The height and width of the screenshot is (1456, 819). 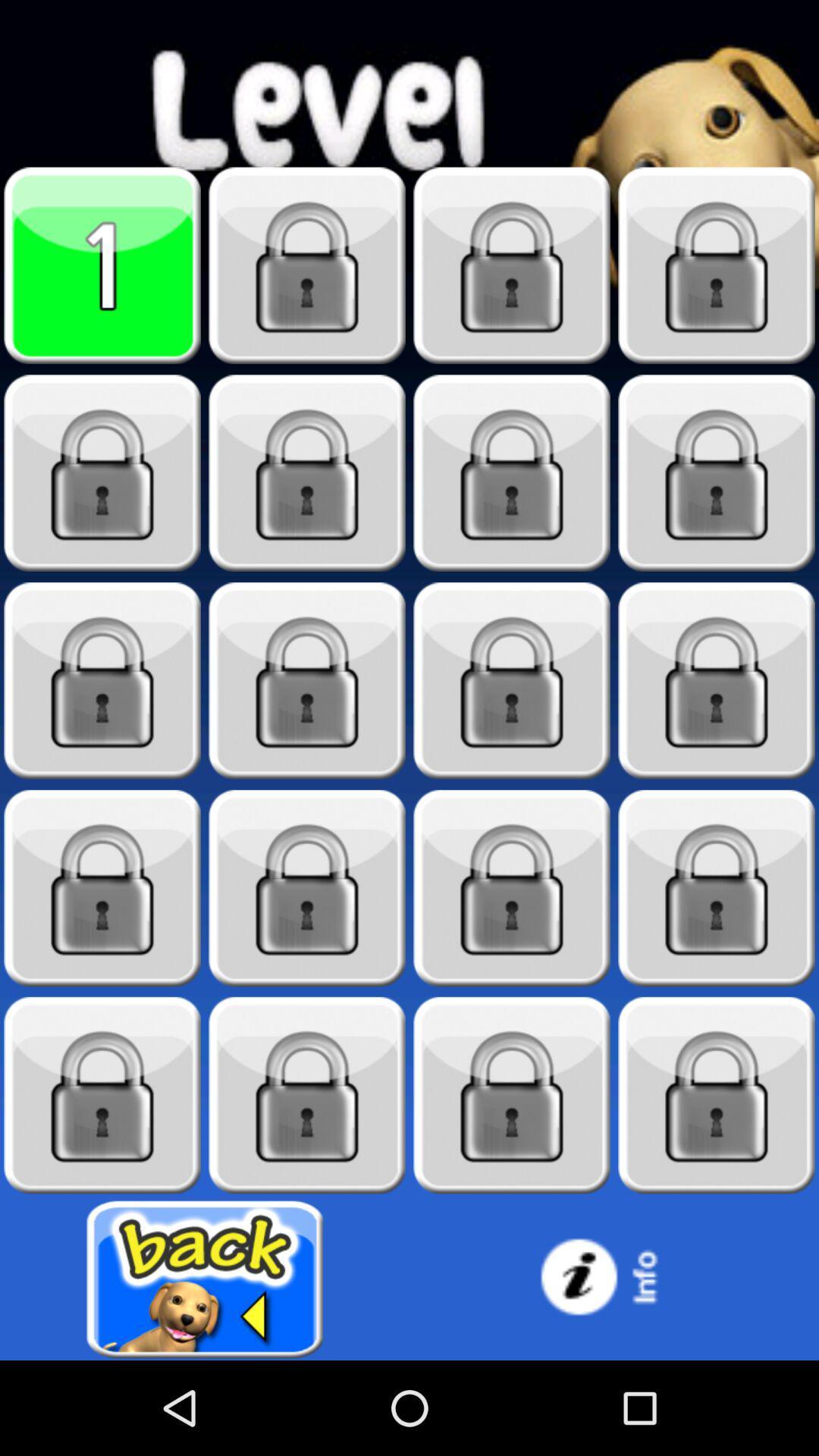 I want to click on unlock level13, so click(x=102, y=888).